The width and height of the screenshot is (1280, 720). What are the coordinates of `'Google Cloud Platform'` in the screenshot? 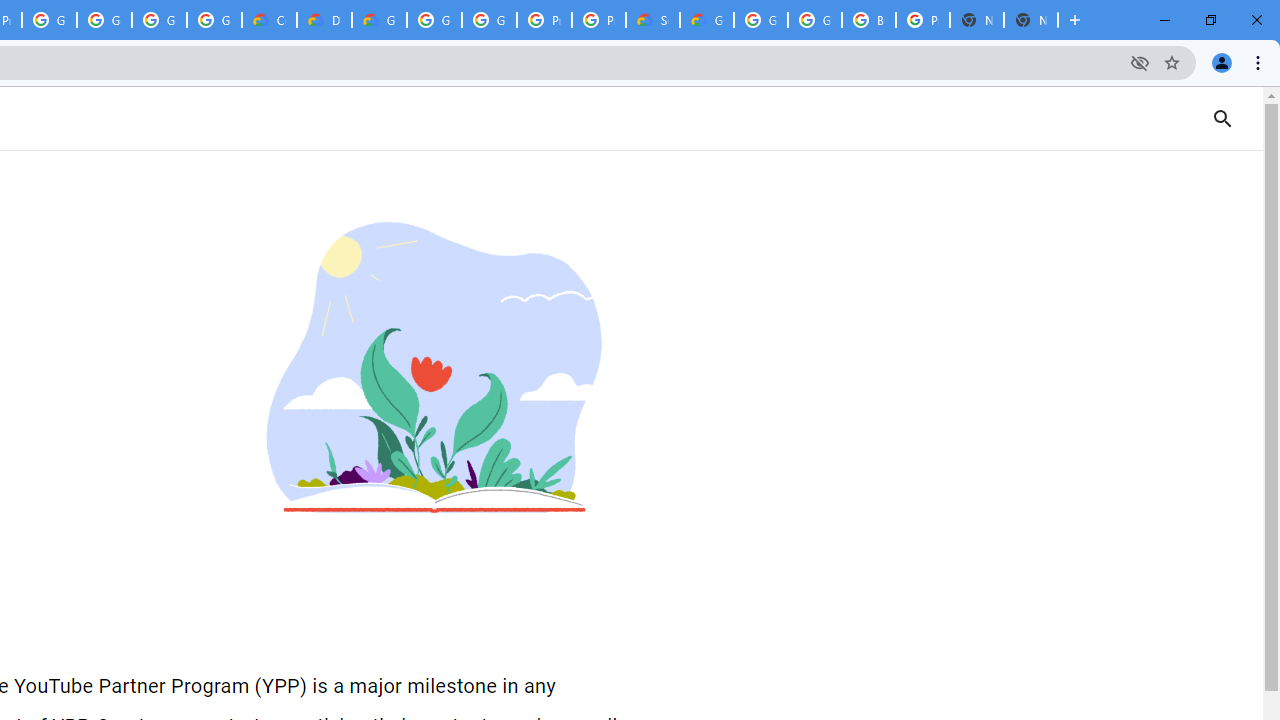 It's located at (489, 20).